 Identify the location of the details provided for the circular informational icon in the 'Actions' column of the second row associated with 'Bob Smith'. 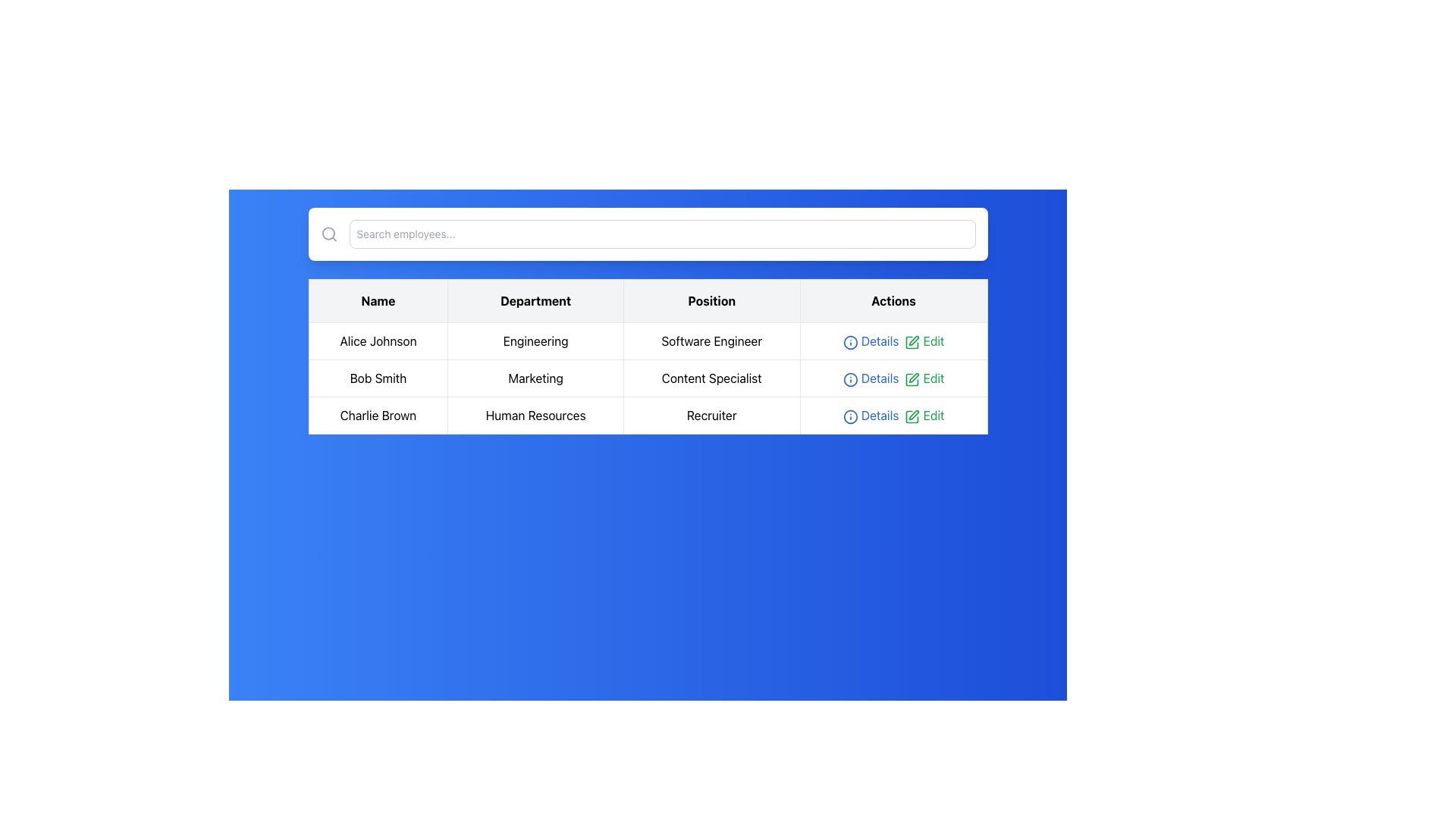
(850, 342).